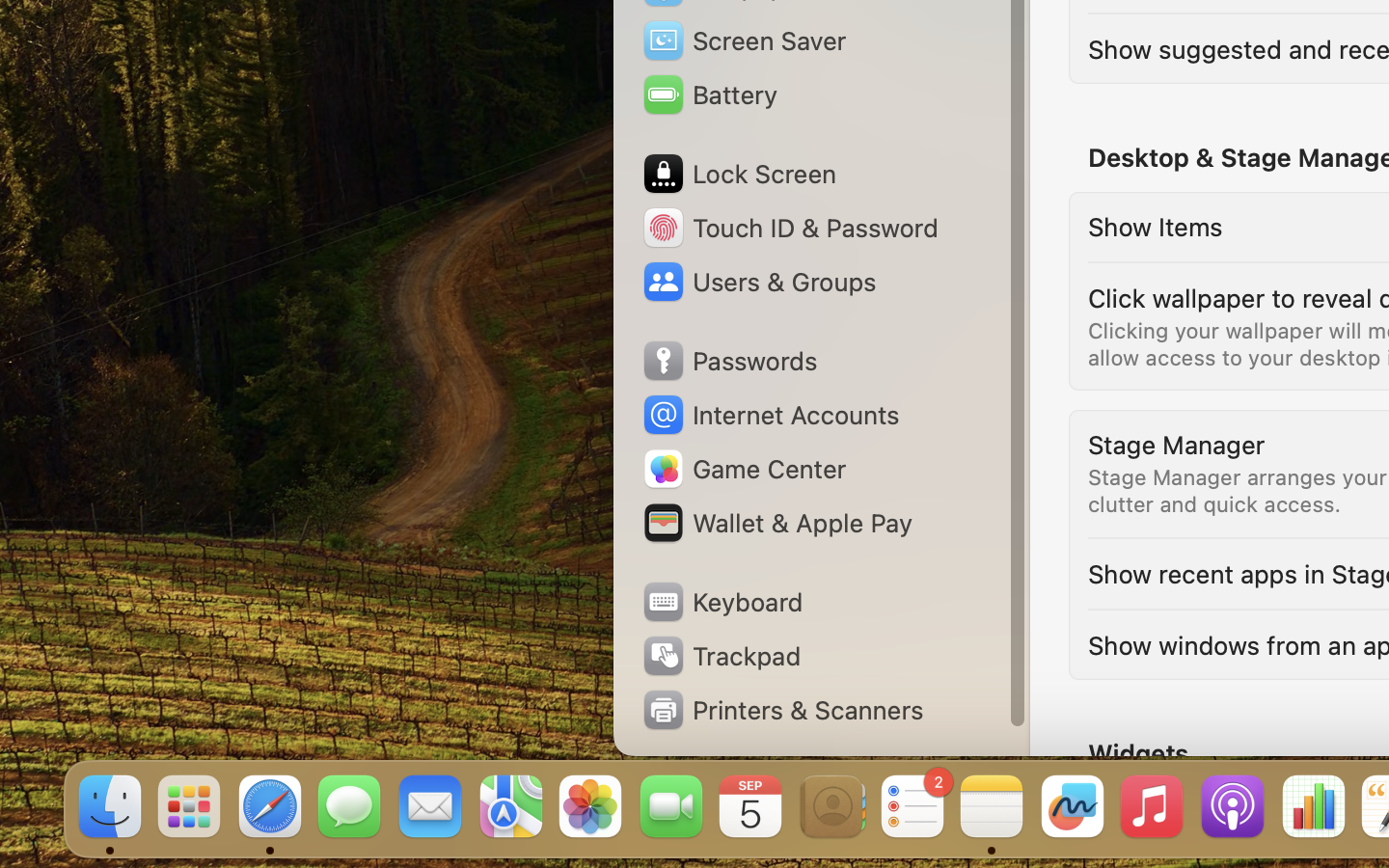 This screenshot has width=1389, height=868. I want to click on 'Trackpad', so click(720, 655).